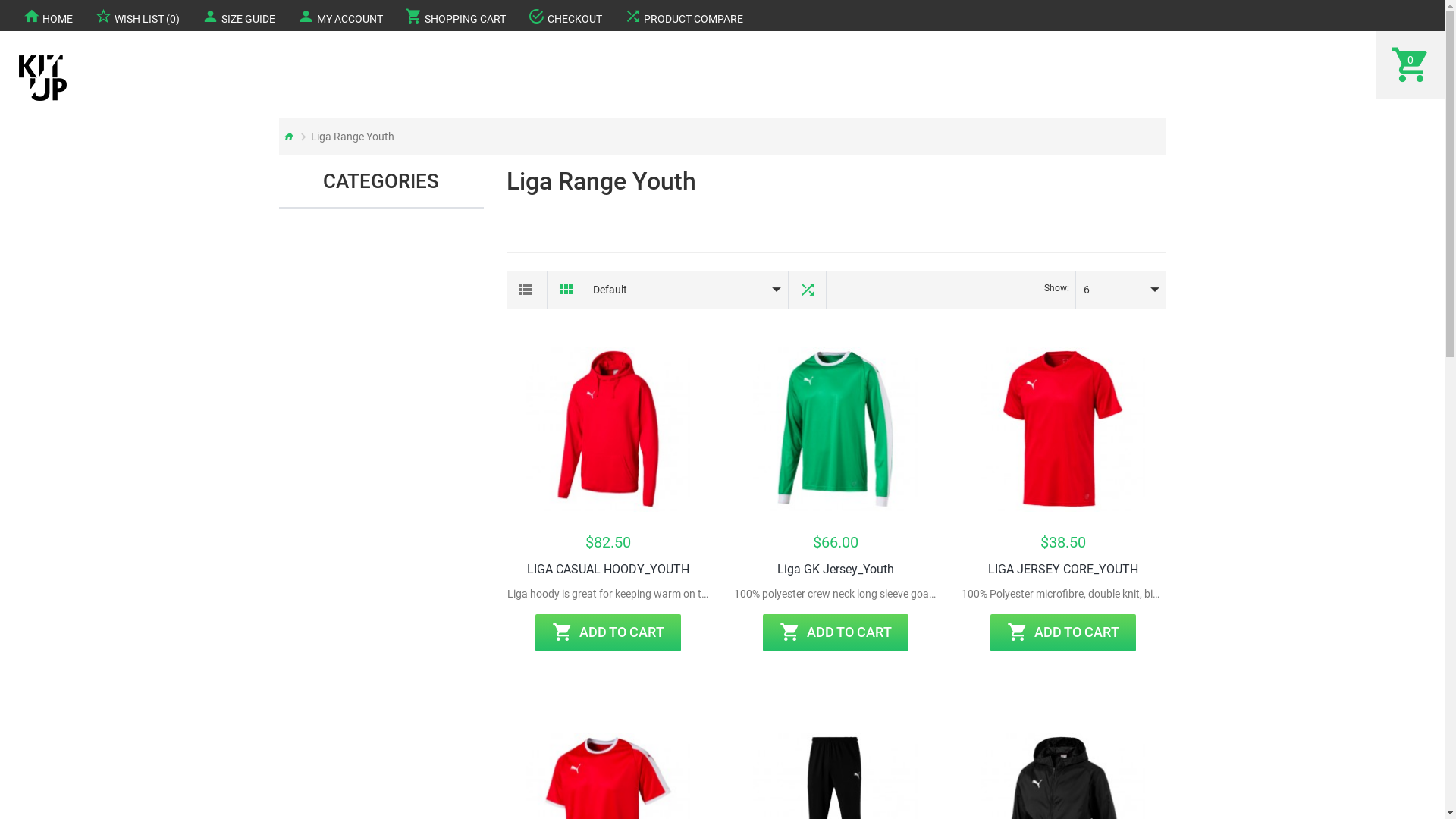 The width and height of the screenshot is (1456, 819). I want to click on 'SIZE GUIDE', so click(237, 15).